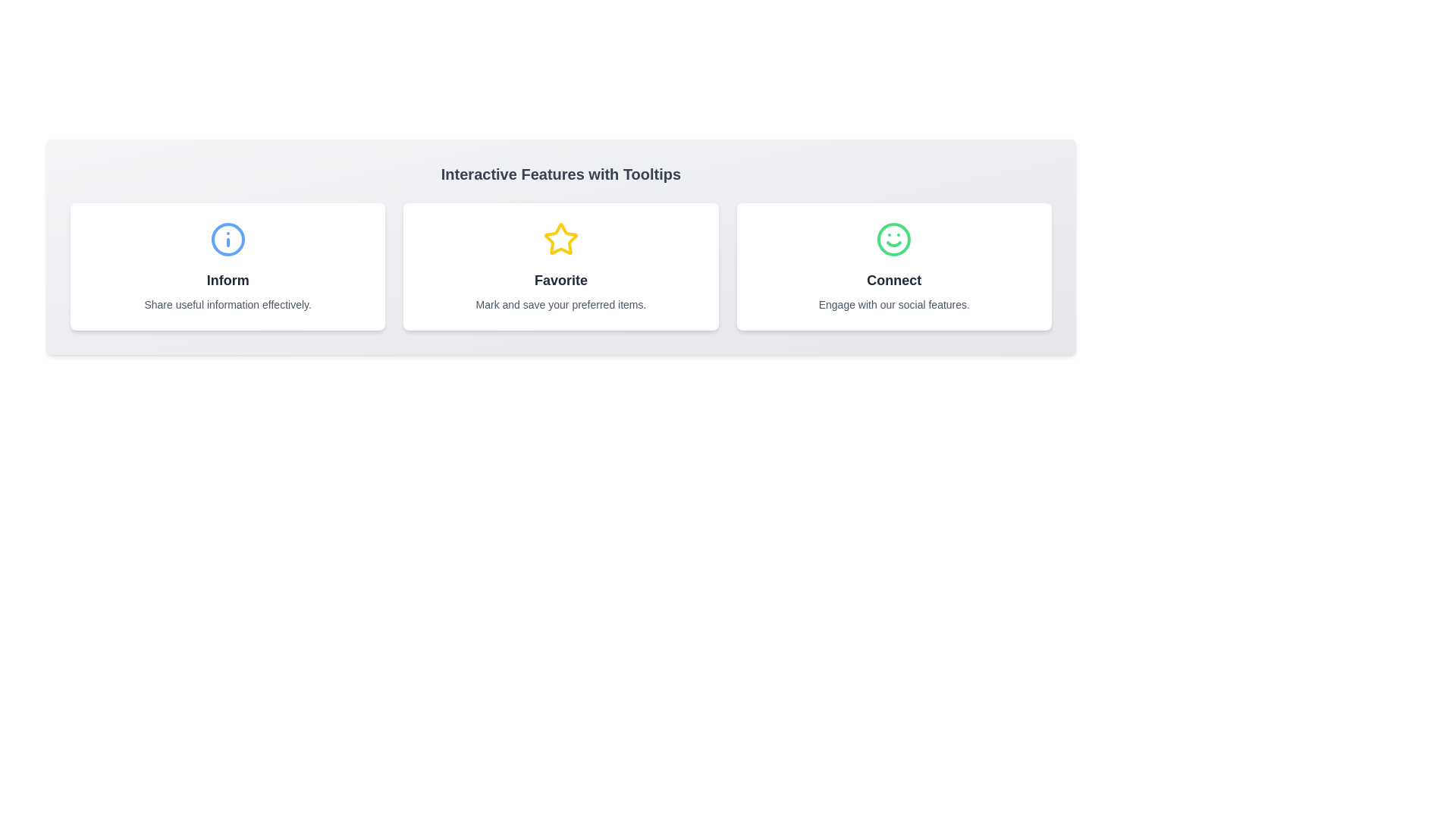 This screenshot has width=1456, height=819. Describe the element at coordinates (894, 239) in the screenshot. I see `the graphical representation of the green circular icon depicting a smiling face, which is positioned at the top of the 'Connect' card in the section titled 'Interactive Features with Tooltips'` at that location.